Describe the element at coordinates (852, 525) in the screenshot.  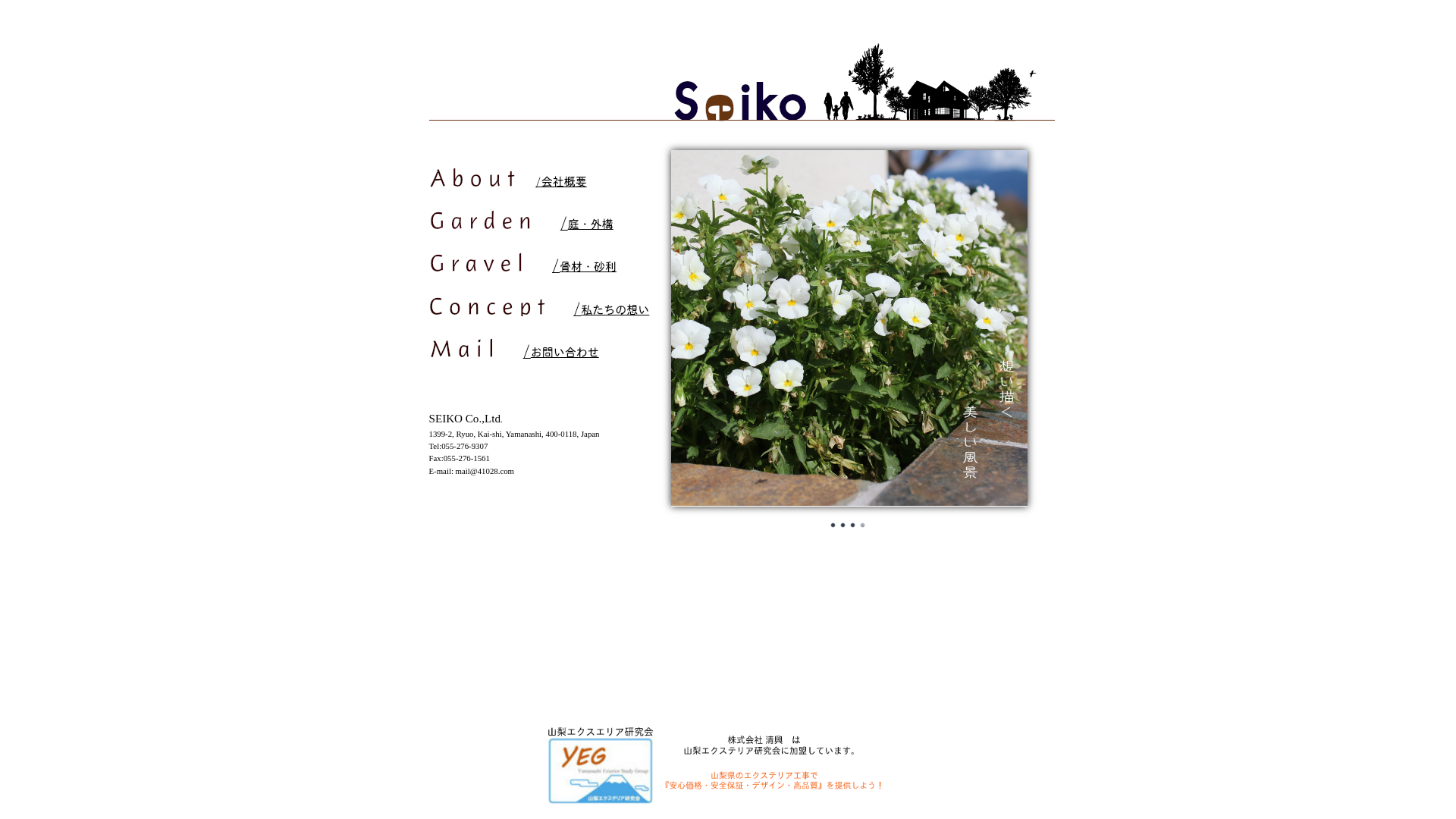
I see `'3'` at that location.